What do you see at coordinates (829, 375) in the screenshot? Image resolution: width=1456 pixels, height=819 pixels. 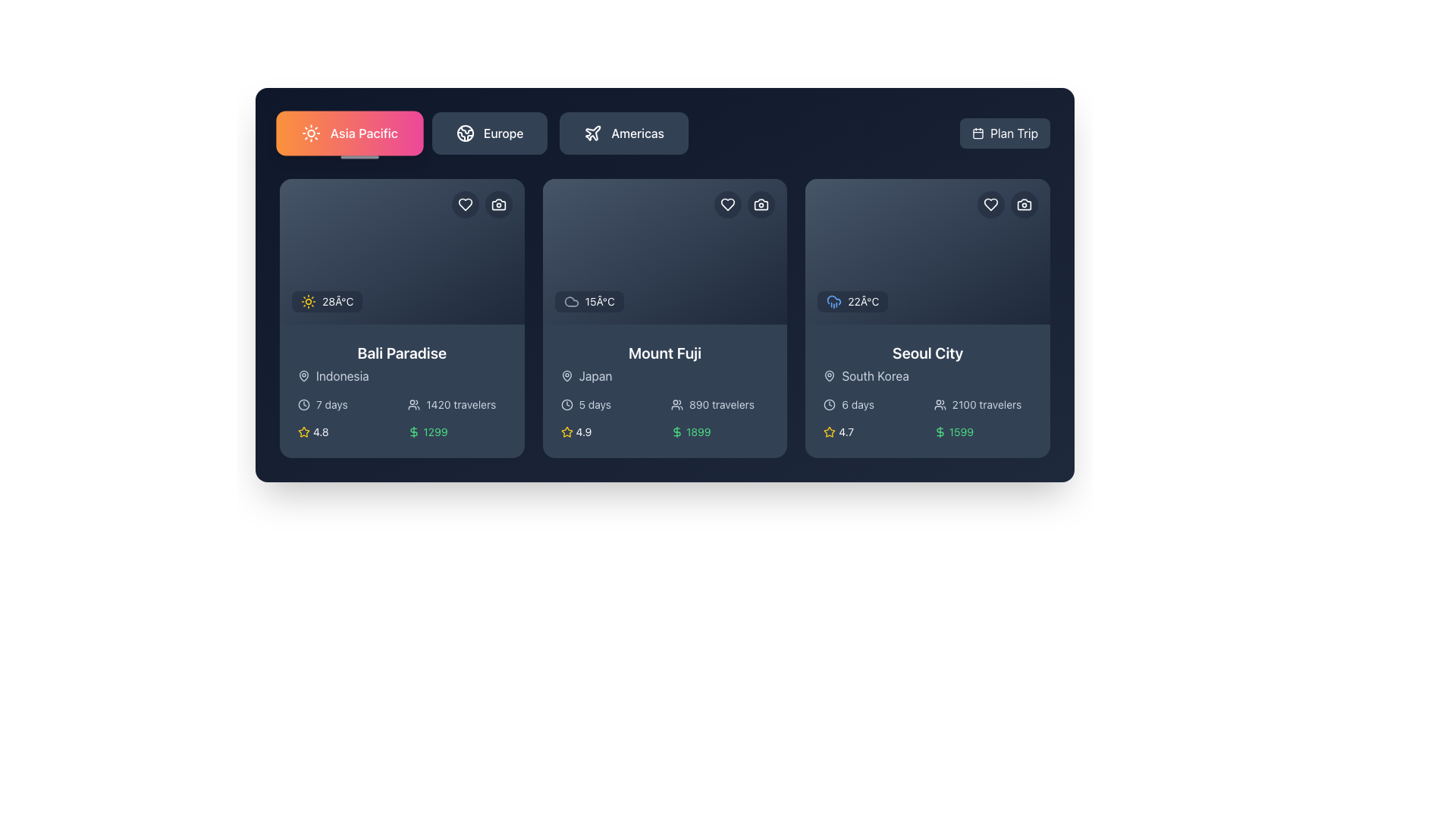 I see `the pin icon located in the 'Seoul City' card, situated in the bottom-left region close to the label 'South Korea'` at bounding box center [829, 375].